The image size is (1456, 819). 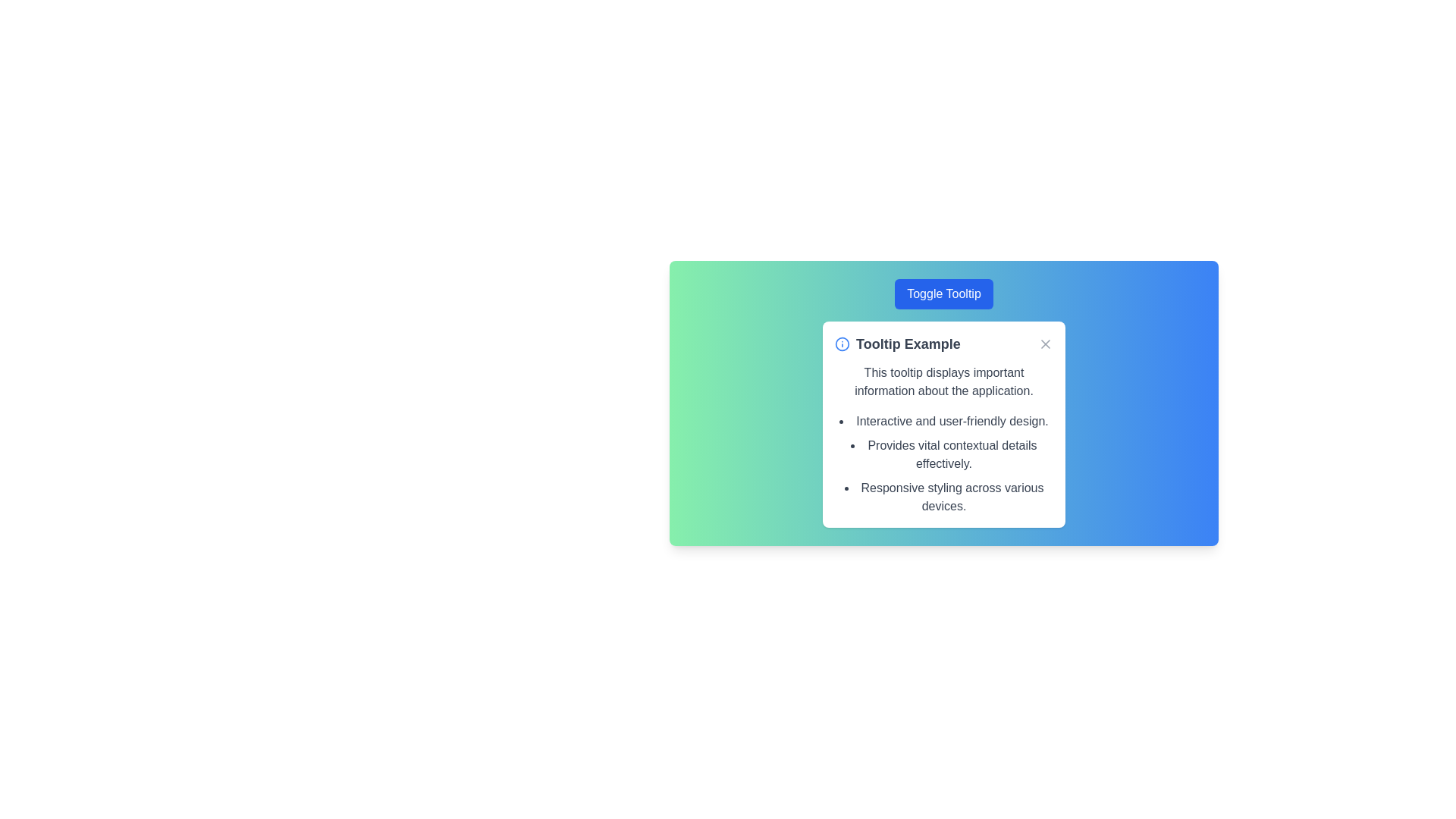 I want to click on the second item in a vertical bullet list within the tooltip to read the descriptive content, so click(x=943, y=454).